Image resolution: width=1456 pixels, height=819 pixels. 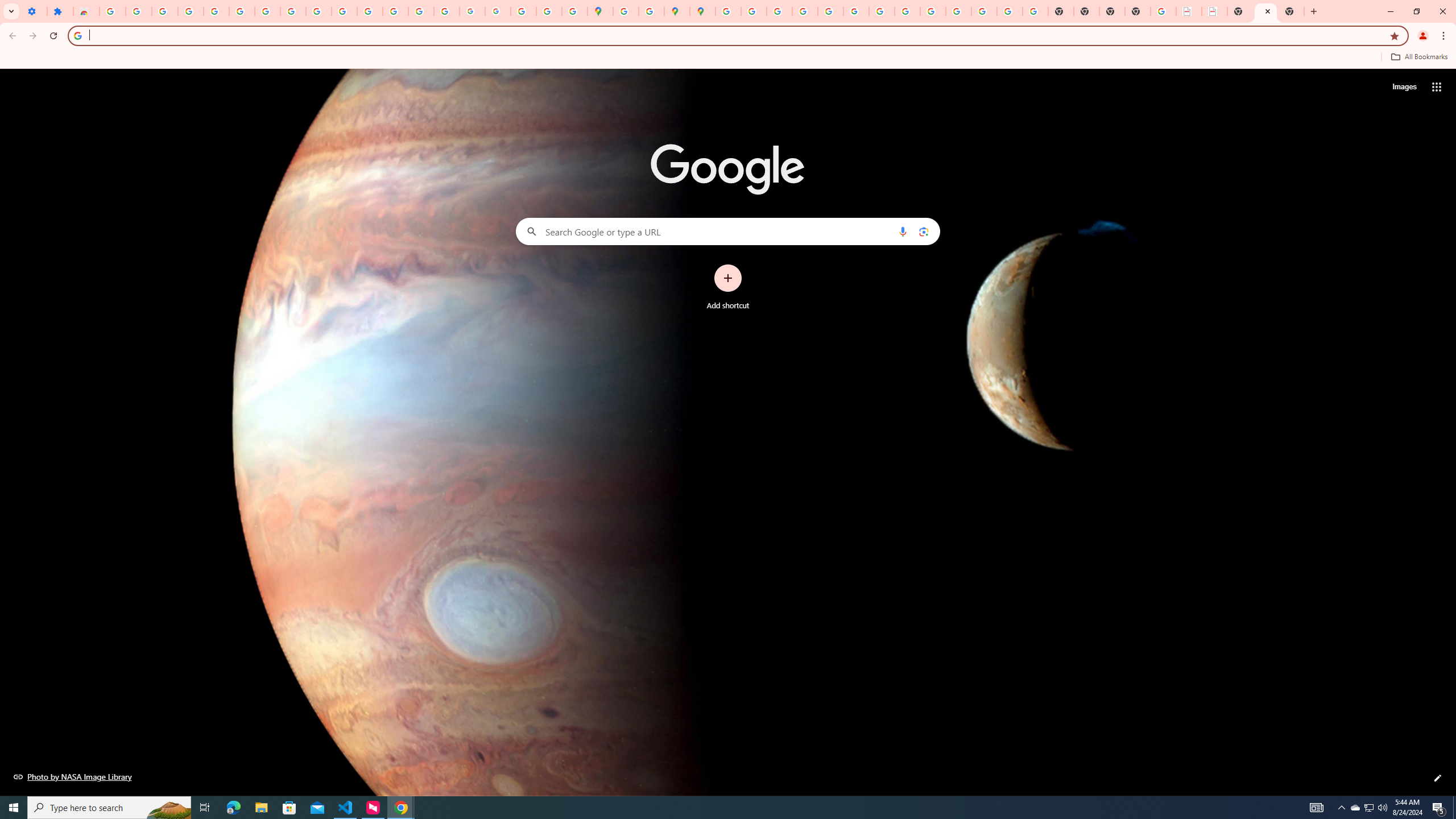 I want to click on 'Extensions', so click(x=60, y=11).